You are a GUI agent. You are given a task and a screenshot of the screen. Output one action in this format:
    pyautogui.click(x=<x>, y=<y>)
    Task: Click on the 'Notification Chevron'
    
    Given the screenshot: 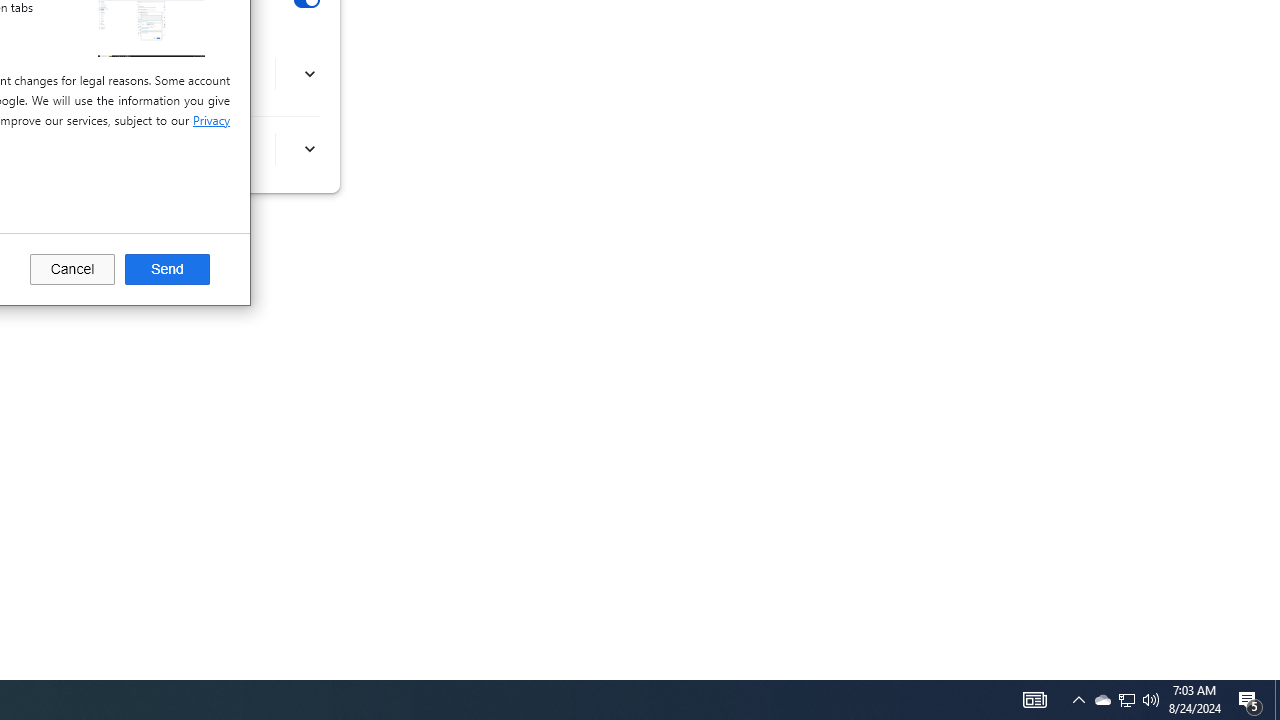 What is the action you would take?
    pyautogui.click(x=1078, y=698)
    